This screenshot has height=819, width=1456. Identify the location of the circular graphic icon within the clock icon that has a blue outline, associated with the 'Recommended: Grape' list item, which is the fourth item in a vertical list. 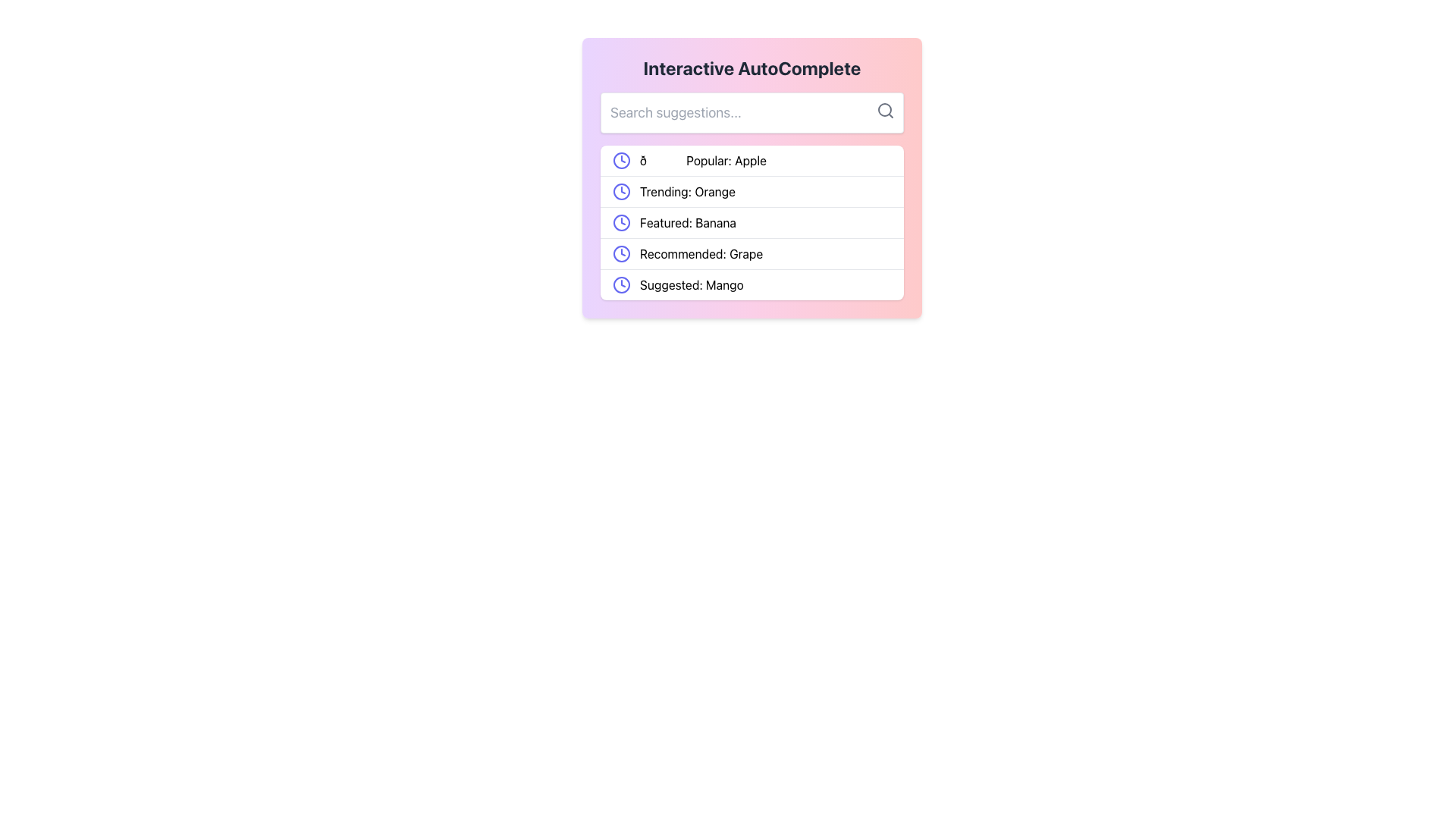
(622, 253).